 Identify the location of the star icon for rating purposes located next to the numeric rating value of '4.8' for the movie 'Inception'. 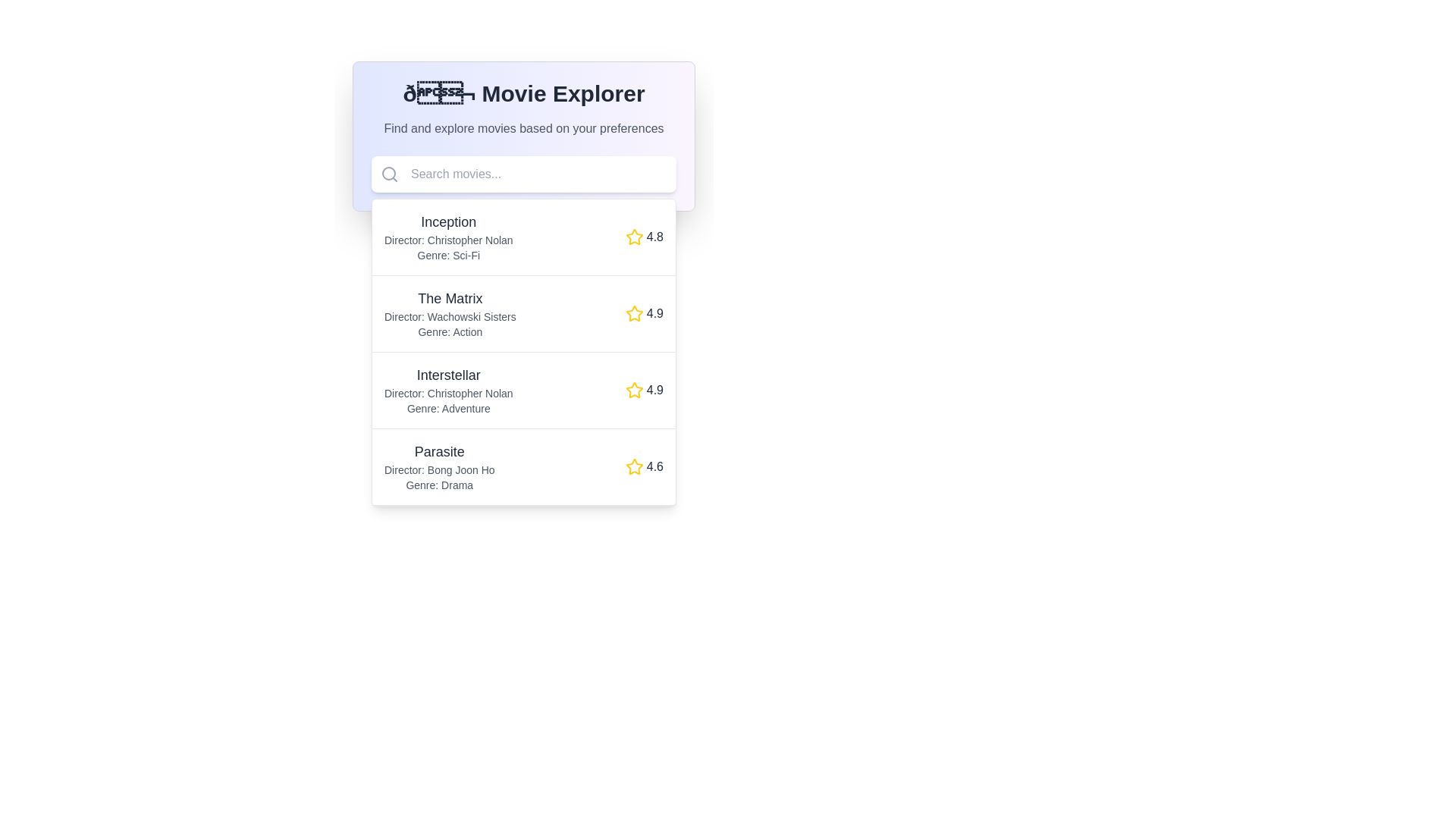
(634, 237).